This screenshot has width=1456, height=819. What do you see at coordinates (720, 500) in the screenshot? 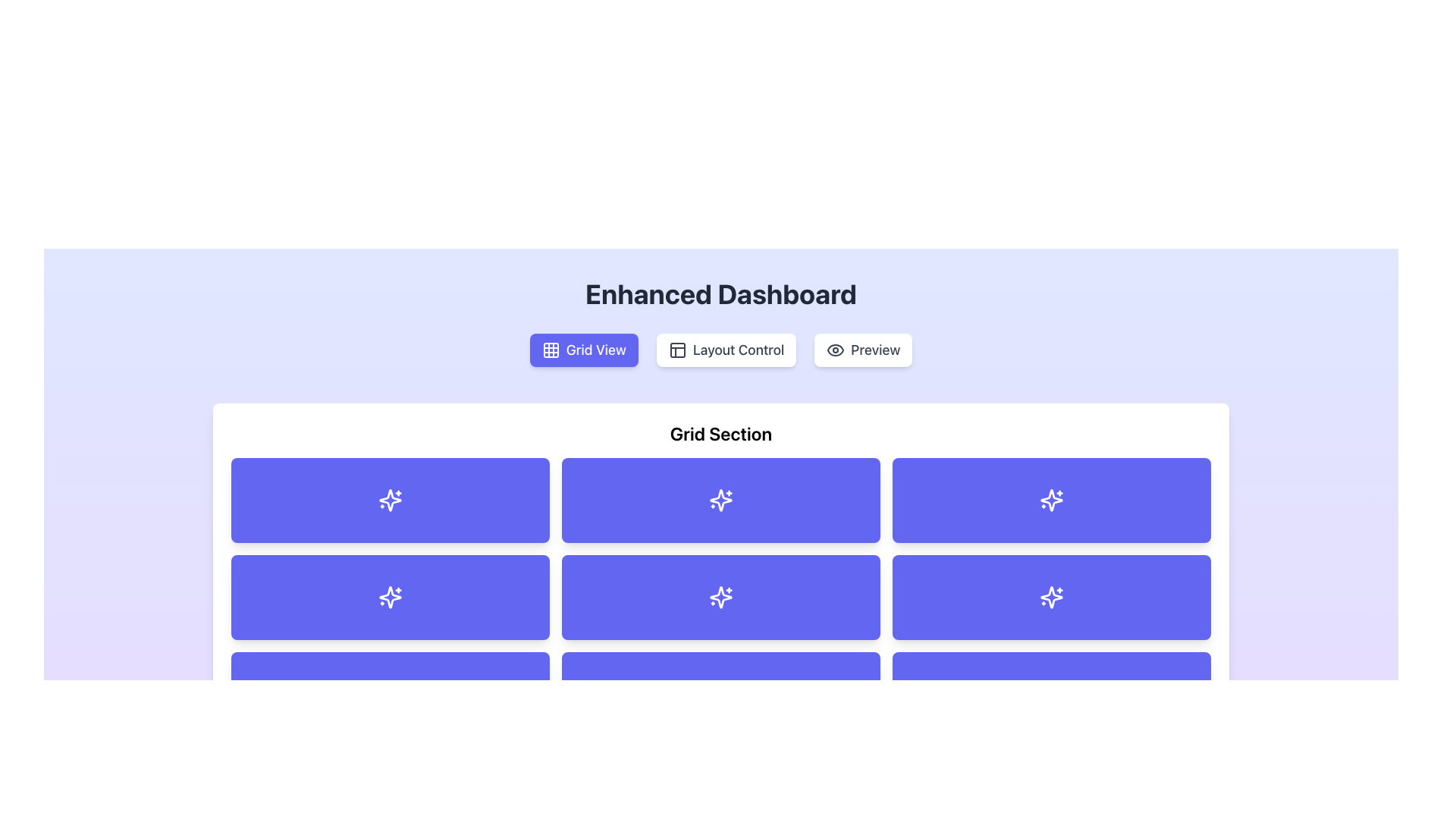
I see `the decorative icon located within the centered grid layout section beneath the heading 'Grid Section'` at bounding box center [720, 500].